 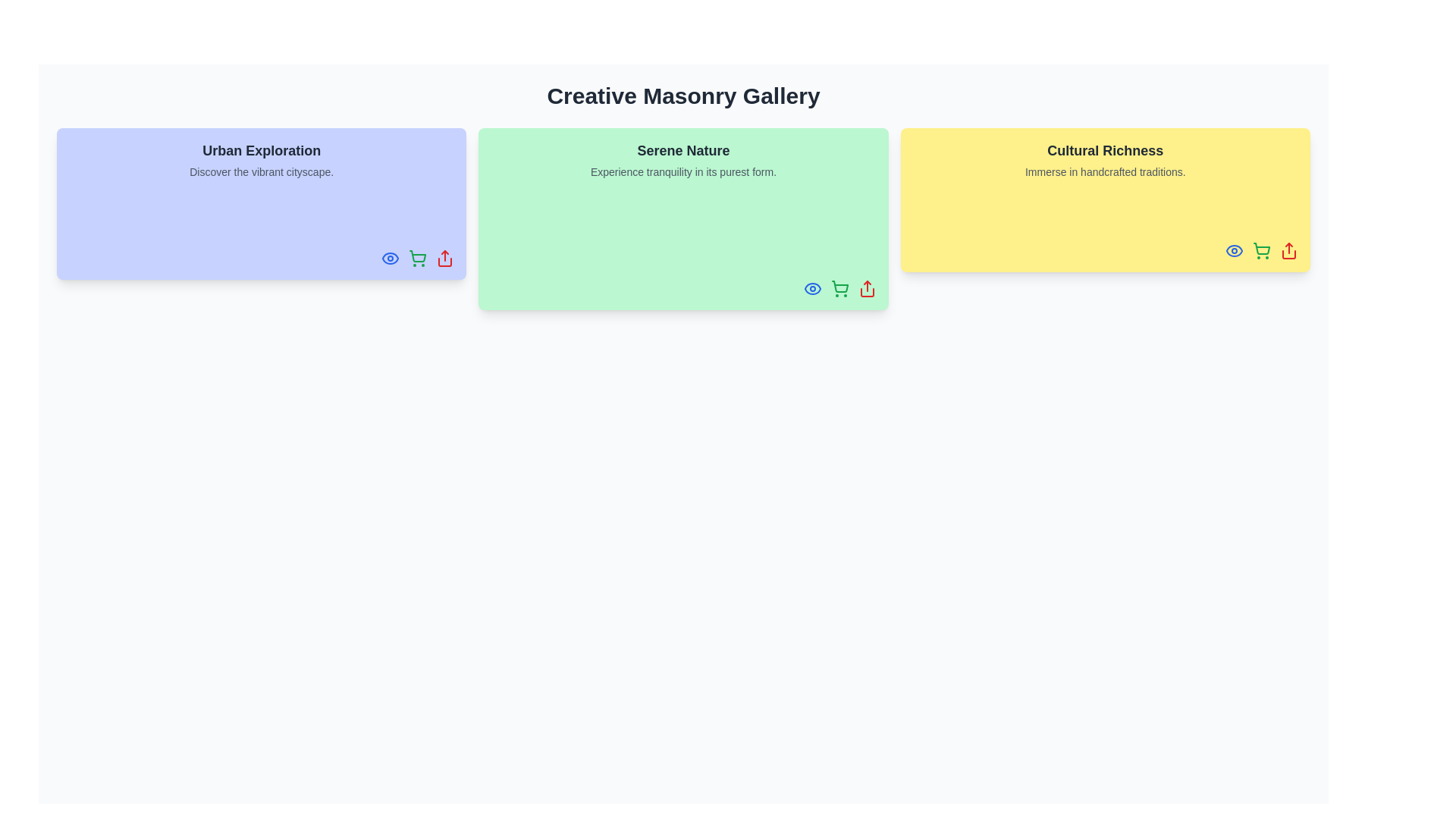 I want to click on the text heading 'Urban Exploration' displayed in bold, large font at the top of the leftmost card with a light blue background, so click(x=262, y=151).